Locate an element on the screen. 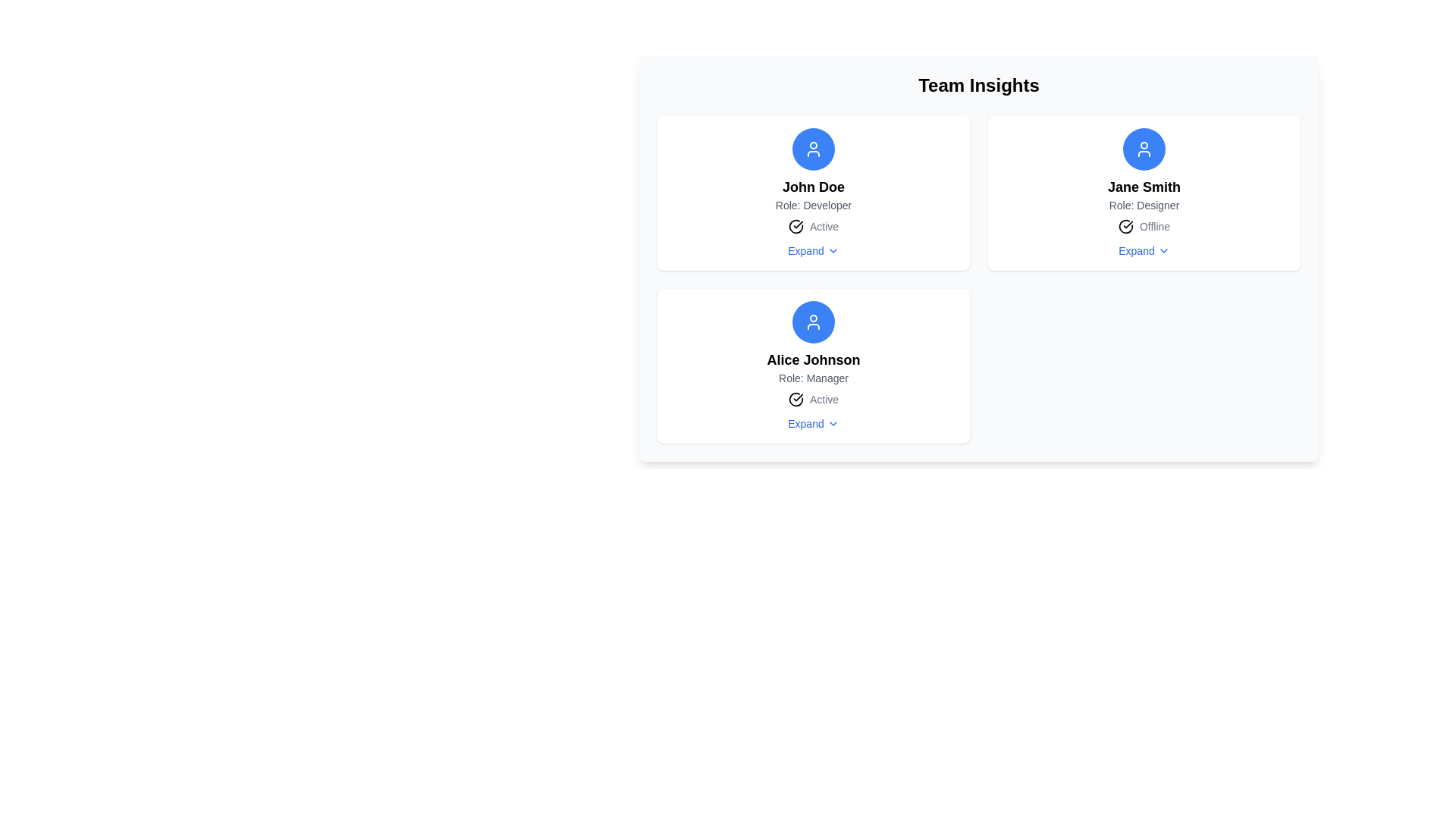 The height and width of the screenshot is (819, 1456). the text label 'Jane Smith' located in the upper area of the third profile card from the left in the Team Insights section, positioned below the user icon and above the role description is located at coordinates (1144, 186).